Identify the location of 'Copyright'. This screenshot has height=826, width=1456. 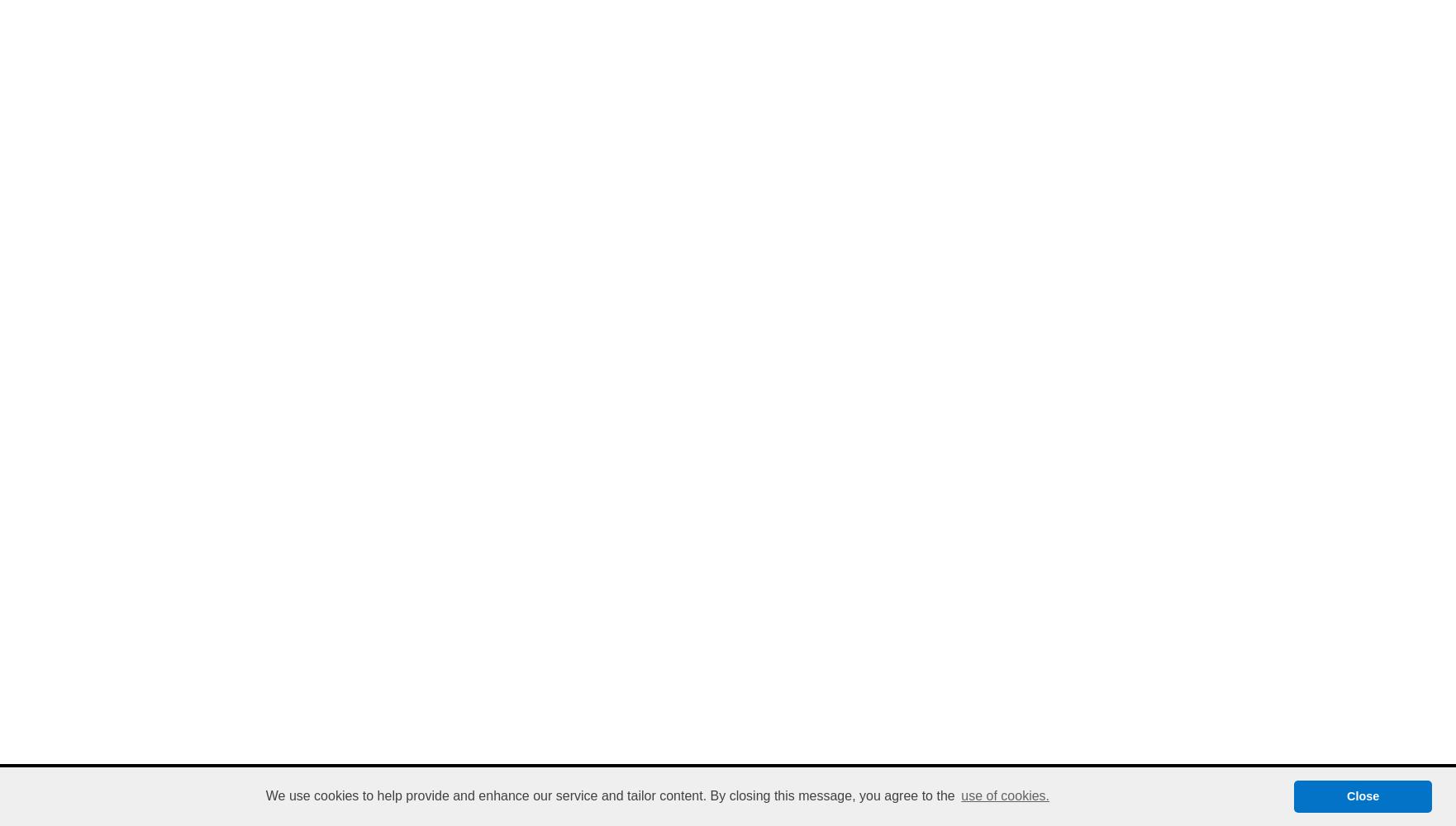
(607, 804).